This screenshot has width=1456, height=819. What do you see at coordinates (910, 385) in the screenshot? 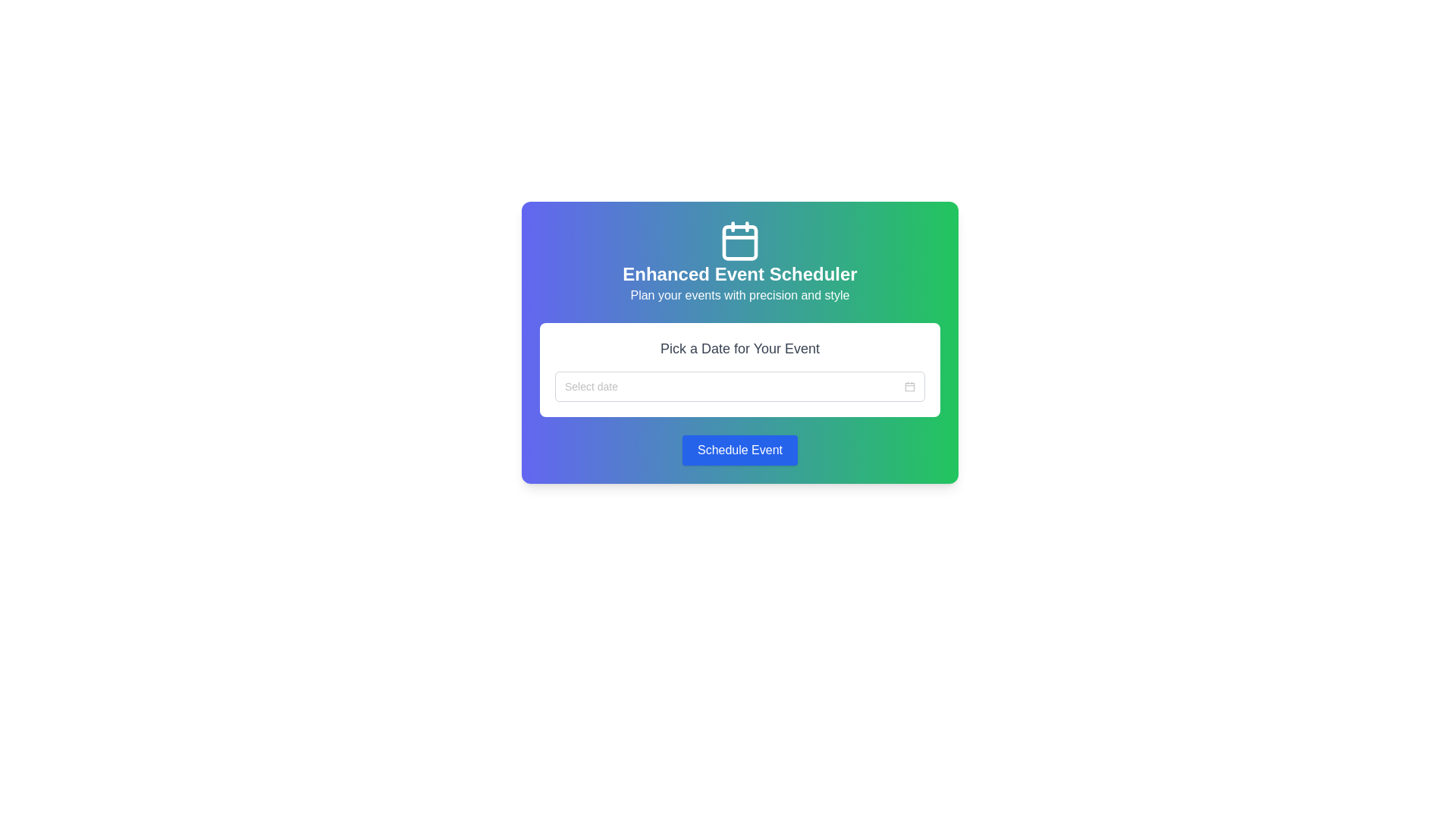
I see `the image button icon located at the far right of the 'Pick a Date for Your Event' input field` at bounding box center [910, 385].